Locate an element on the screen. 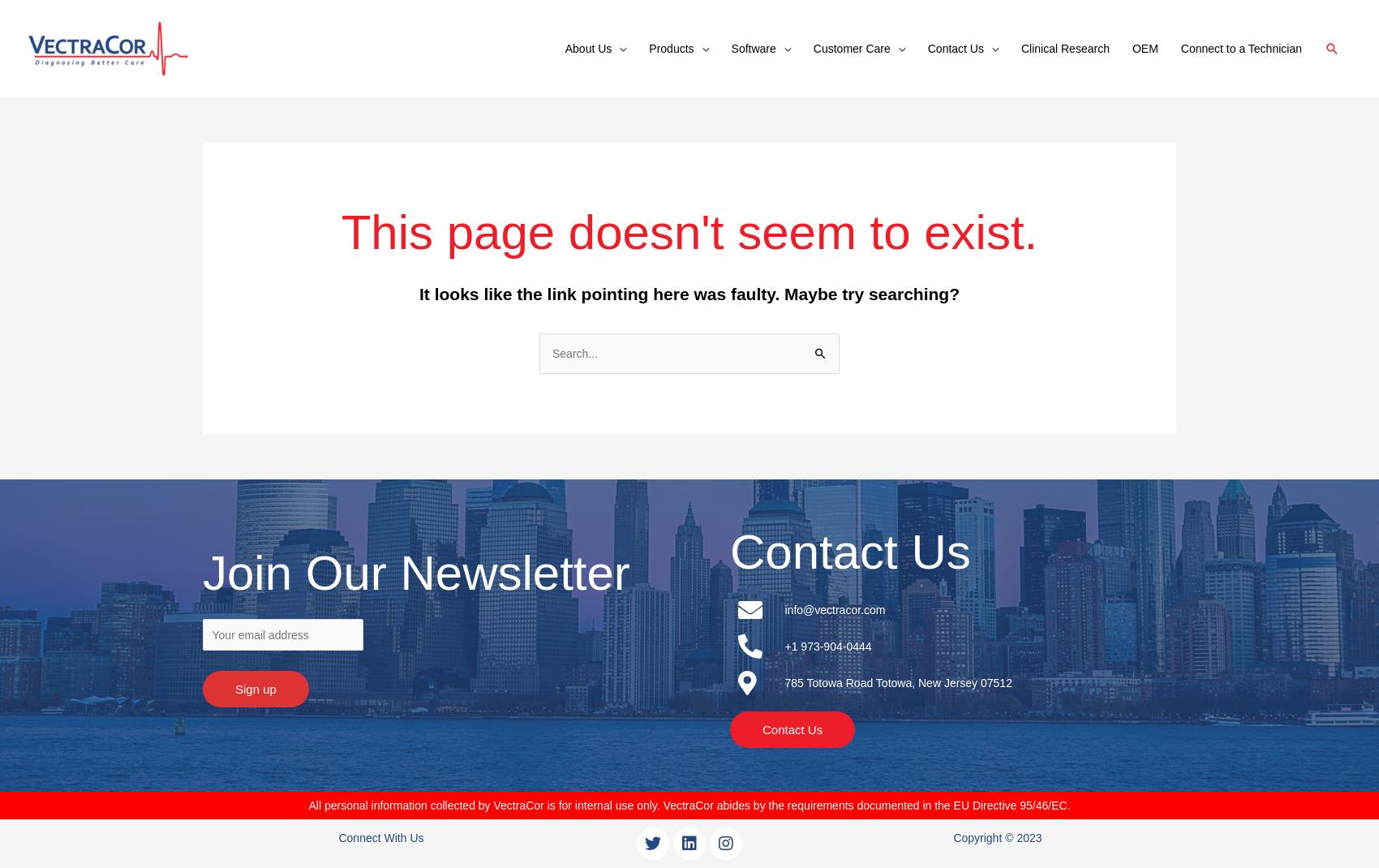 The height and width of the screenshot is (868, 1379). 'info@vectracor.com' is located at coordinates (834, 608).